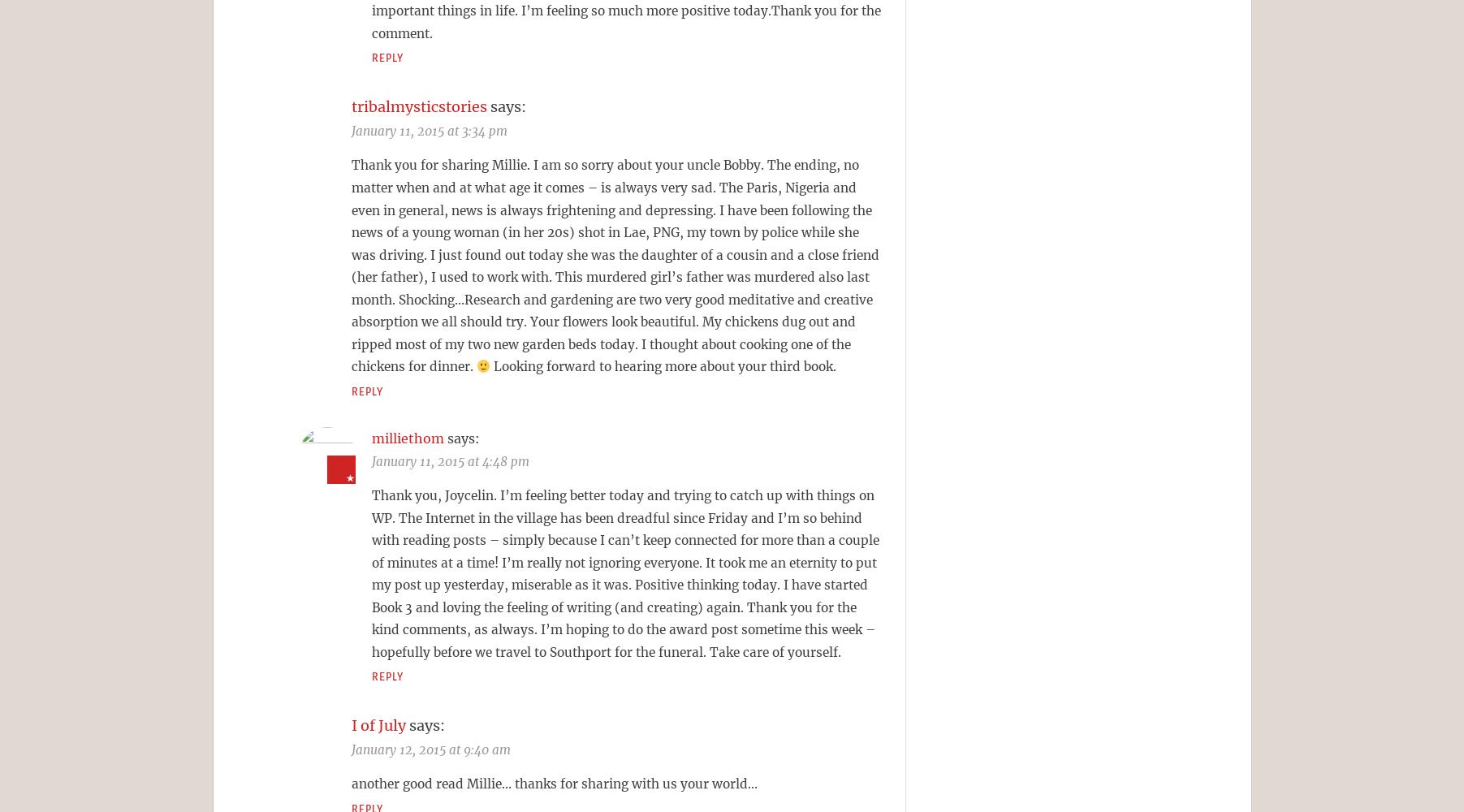 This screenshot has width=1464, height=812. I want to click on 'another good read Millie… thanks for sharing with us your world…', so click(553, 783).